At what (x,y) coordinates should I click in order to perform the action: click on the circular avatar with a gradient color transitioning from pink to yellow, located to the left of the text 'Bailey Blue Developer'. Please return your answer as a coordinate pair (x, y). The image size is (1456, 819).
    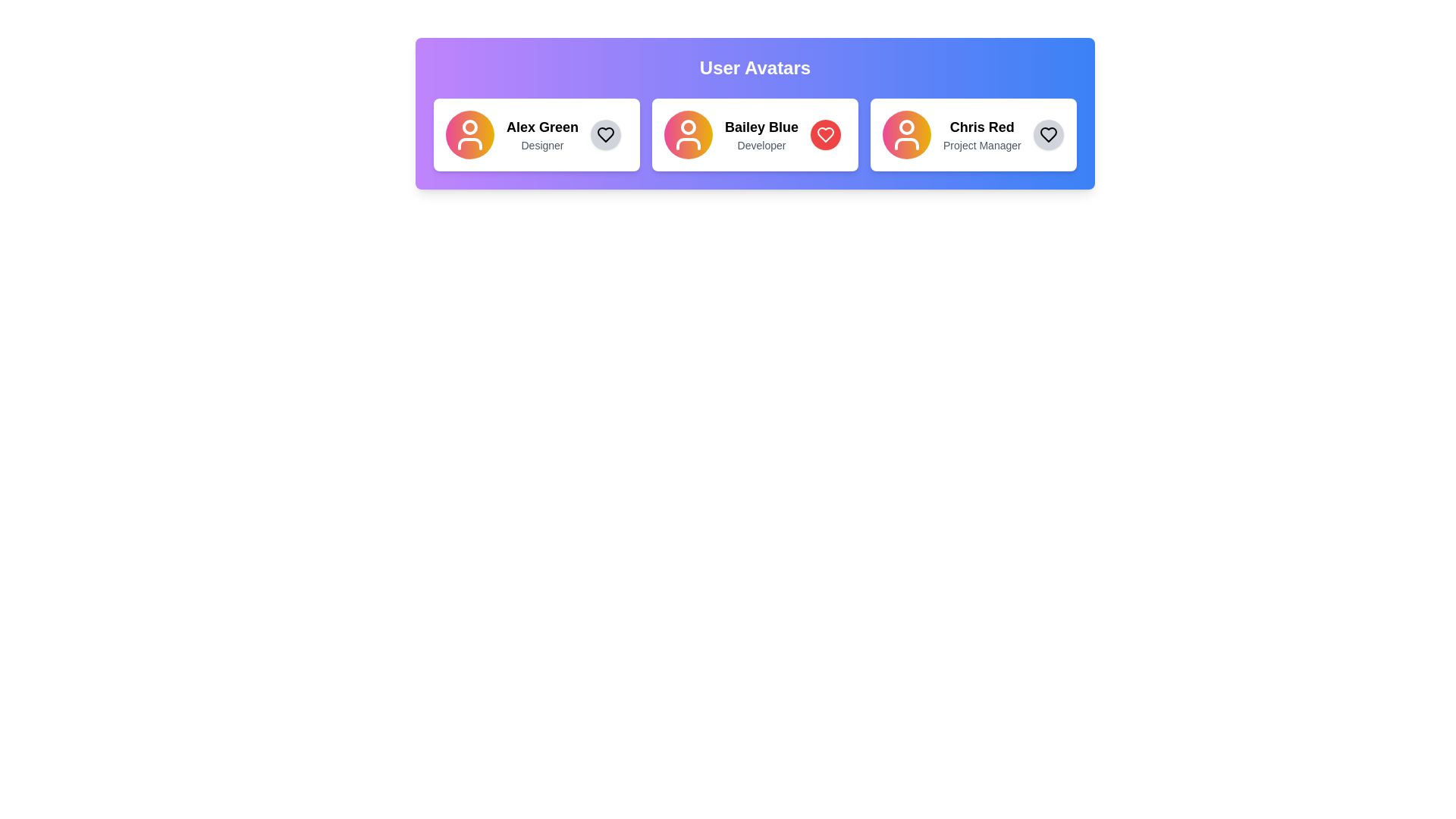
    Looking at the image, I should click on (687, 133).